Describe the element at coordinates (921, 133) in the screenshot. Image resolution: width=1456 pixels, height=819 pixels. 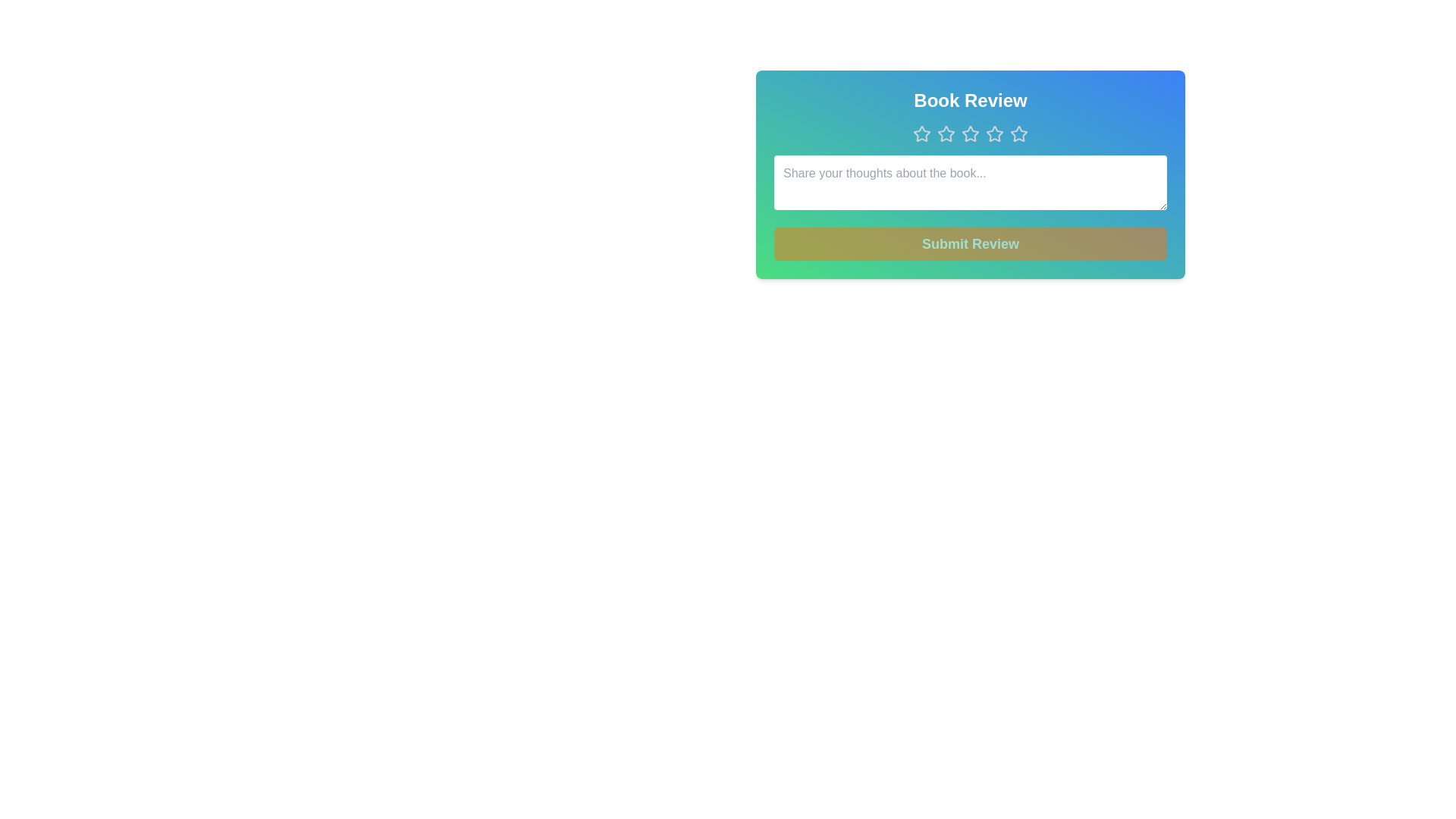
I see `the star corresponding to the rating 1` at that location.